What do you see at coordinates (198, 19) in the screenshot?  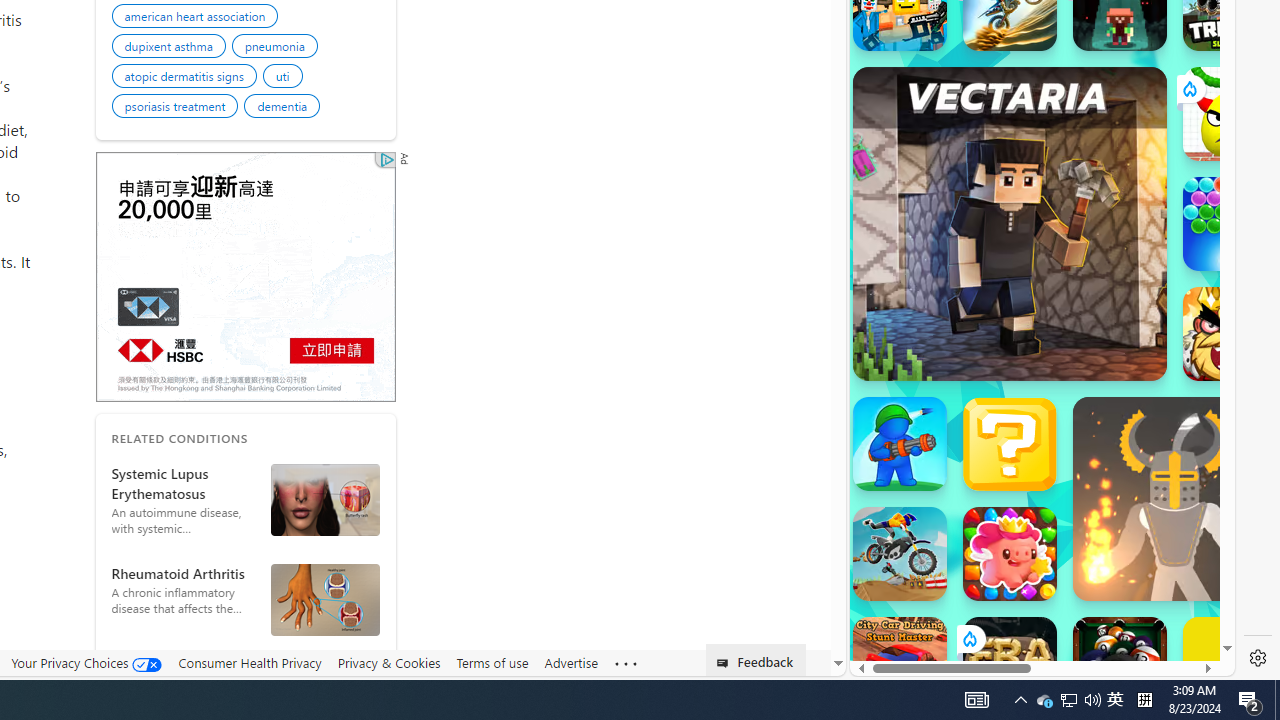 I see `'american heart association'` at bounding box center [198, 19].